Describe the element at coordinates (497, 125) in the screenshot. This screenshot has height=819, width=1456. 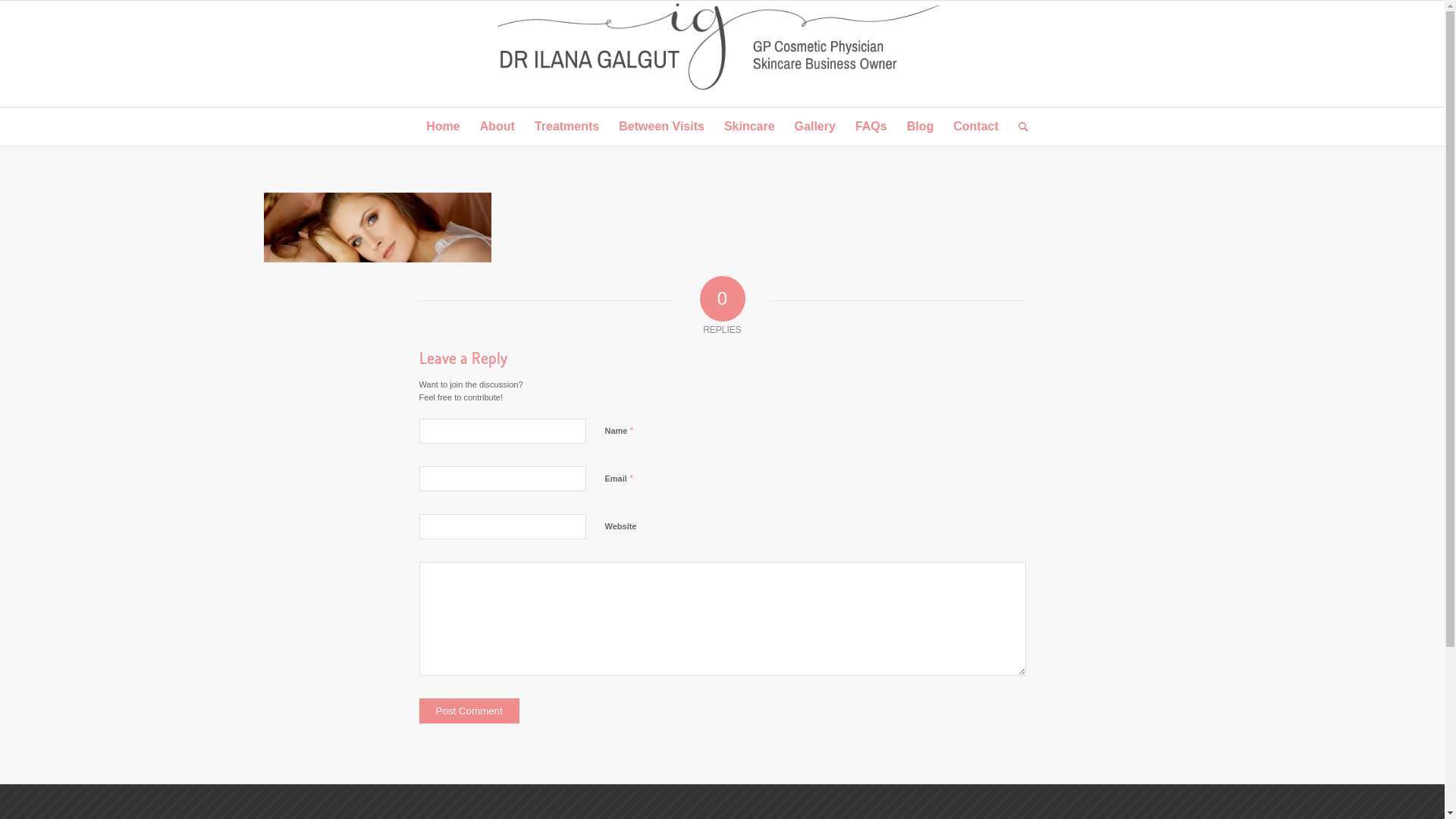
I see `'About'` at that location.